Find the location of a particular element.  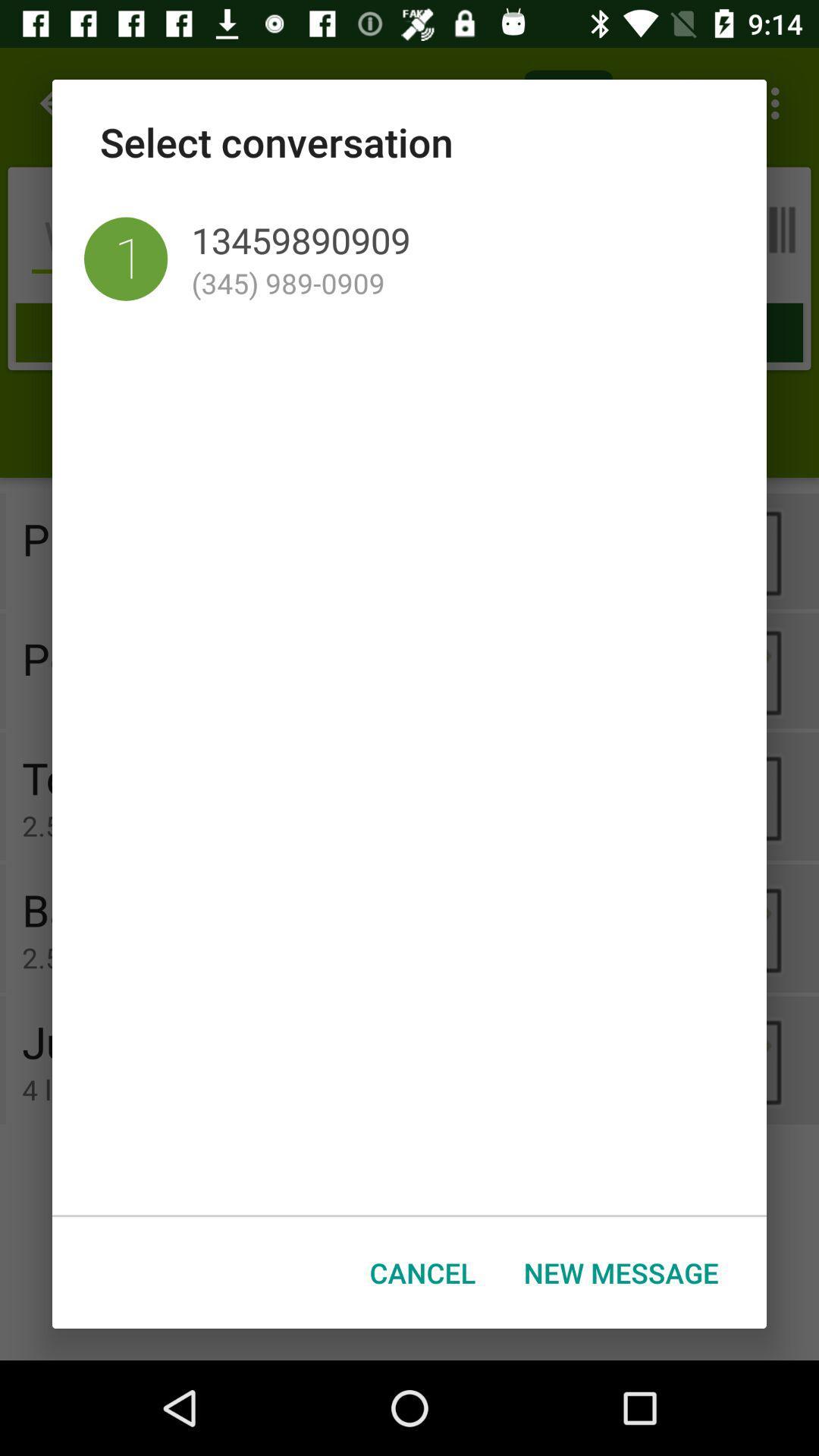

item below select conversation is located at coordinates (125, 259).